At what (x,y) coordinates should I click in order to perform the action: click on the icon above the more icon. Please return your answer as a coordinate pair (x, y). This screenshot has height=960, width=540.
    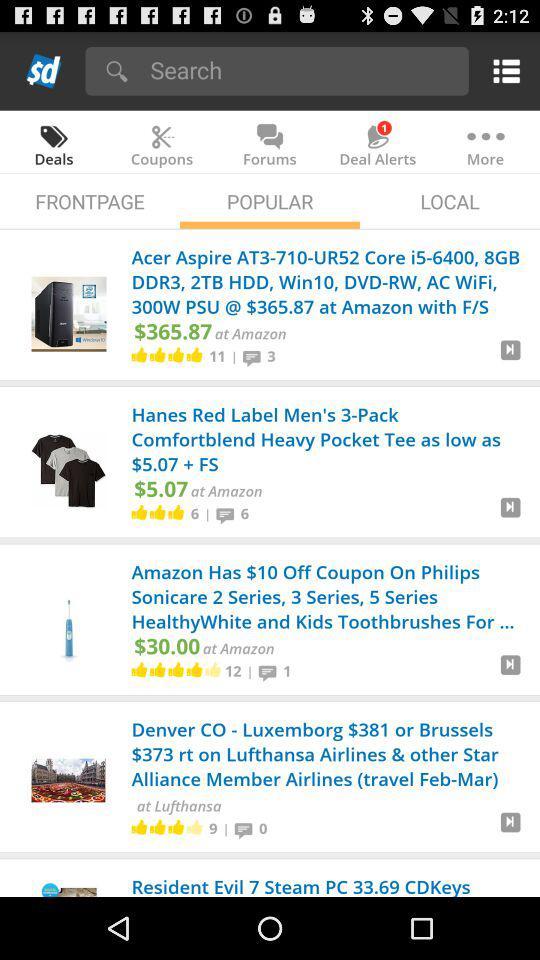
    Looking at the image, I should click on (502, 70).